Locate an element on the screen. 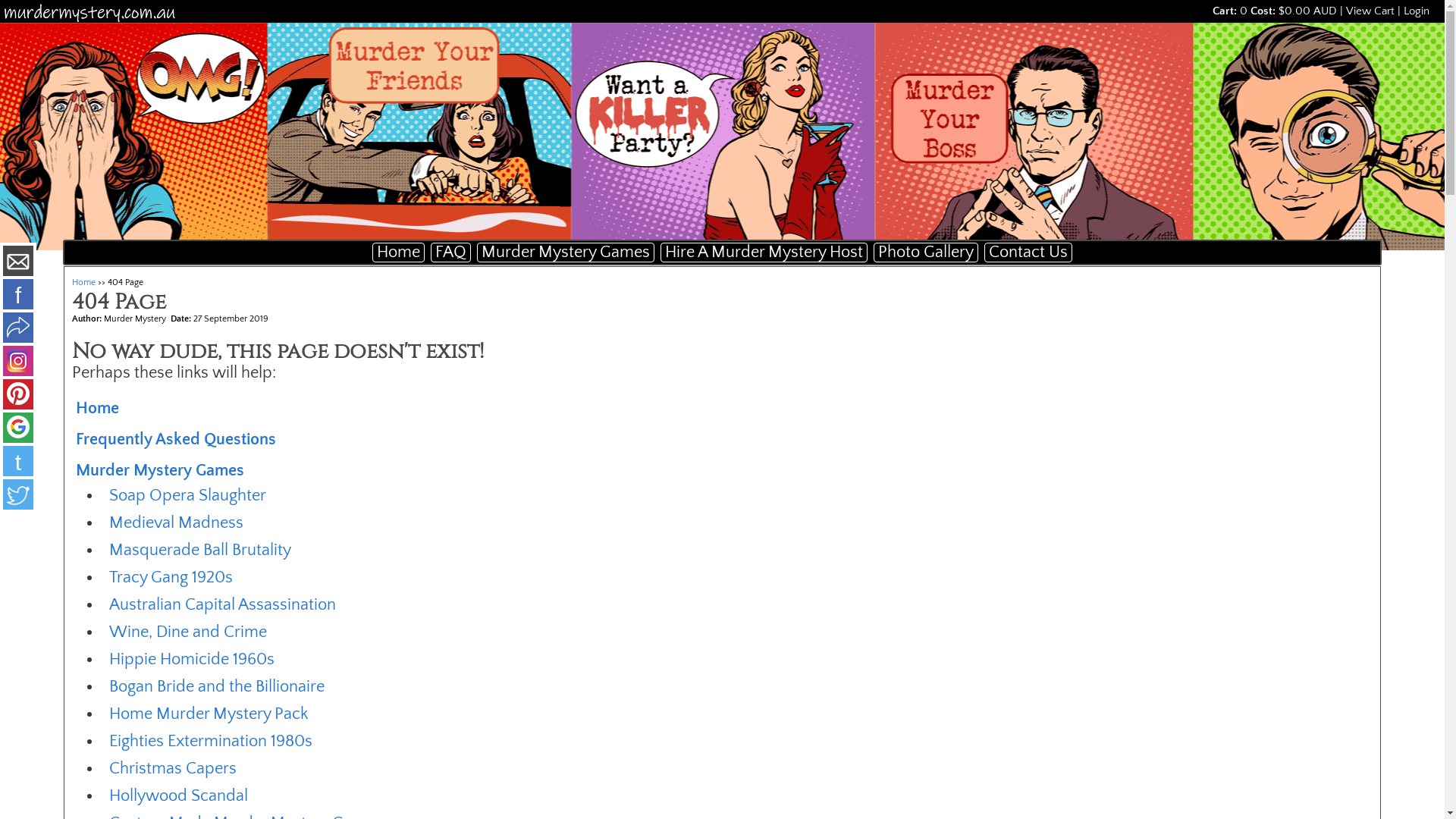  'Bogan Bride and the Billionaire' is located at coordinates (216, 686).